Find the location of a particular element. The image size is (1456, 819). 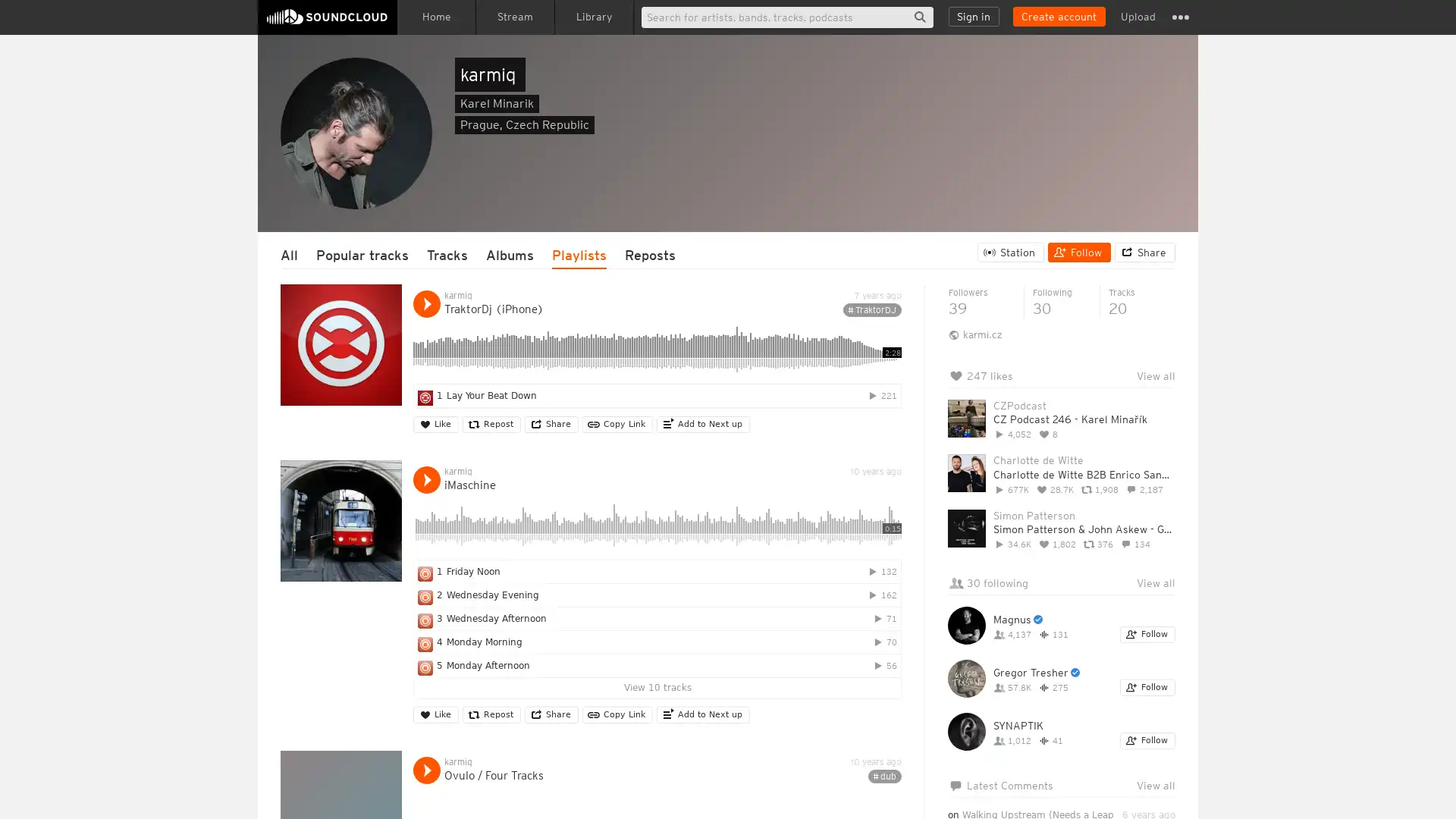

Follow is located at coordinates (1147, 739).